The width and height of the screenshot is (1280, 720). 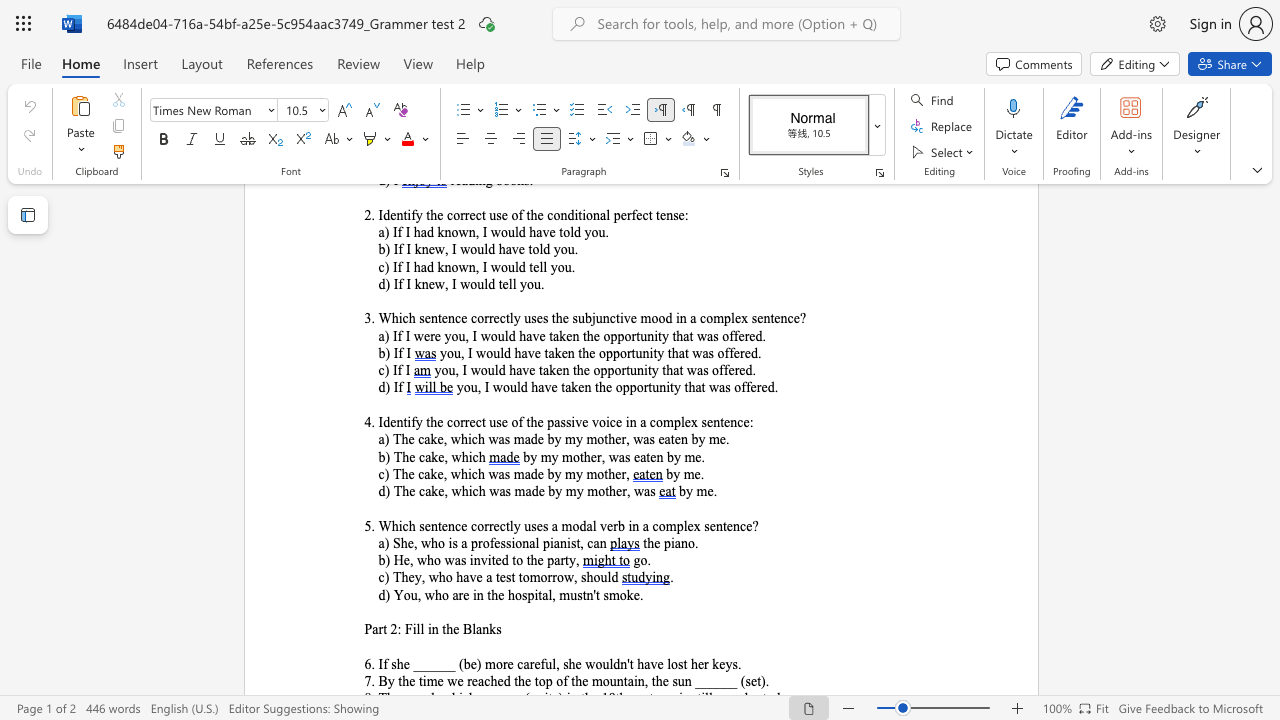 What do you see at coordinates (623, 457) in the screenshot?
I see `the space between the continuous character "a" and "s" in the text` at bounding box center [623, 457].